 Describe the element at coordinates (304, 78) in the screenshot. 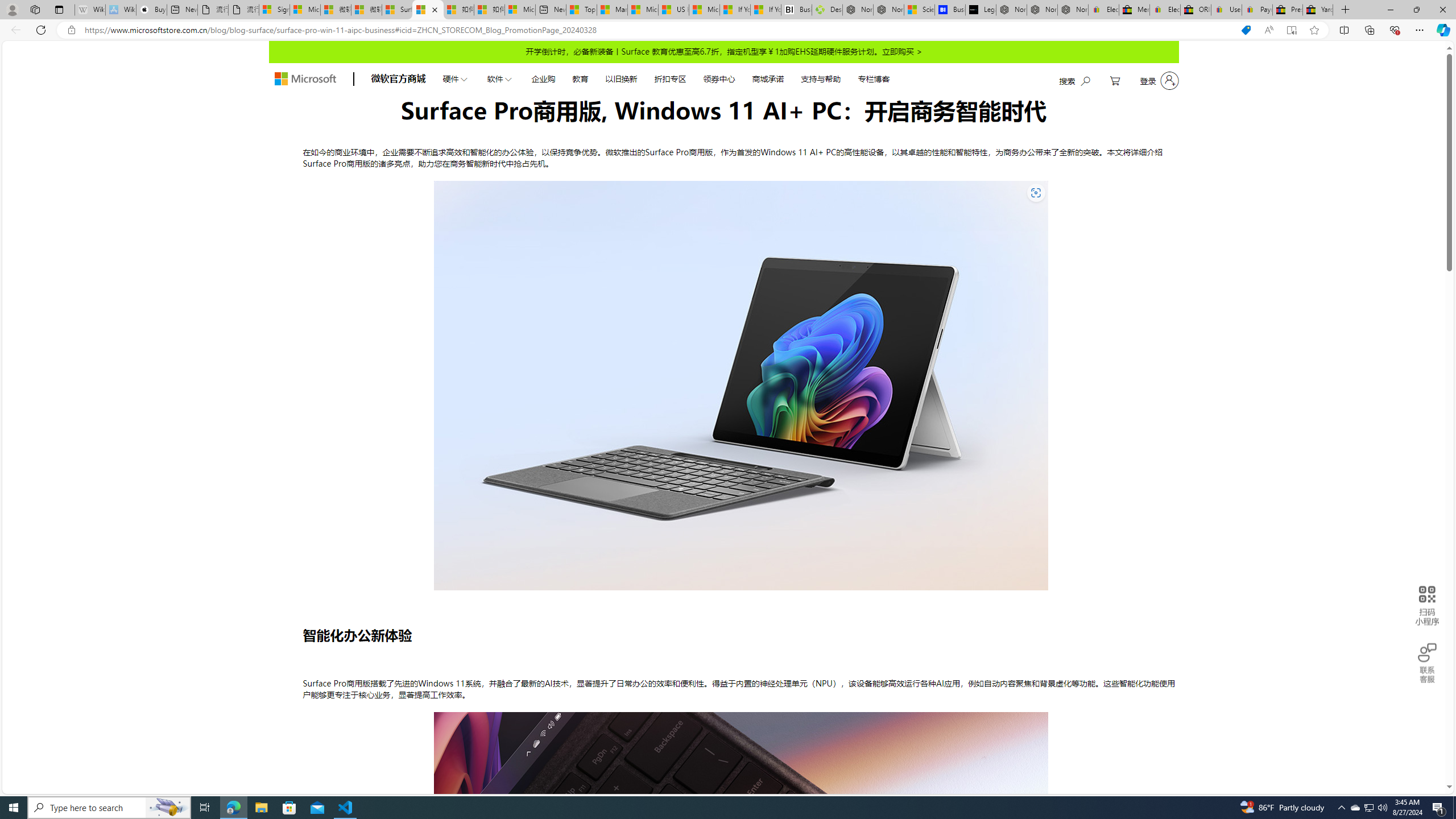

I see `'store logo'` at that location.